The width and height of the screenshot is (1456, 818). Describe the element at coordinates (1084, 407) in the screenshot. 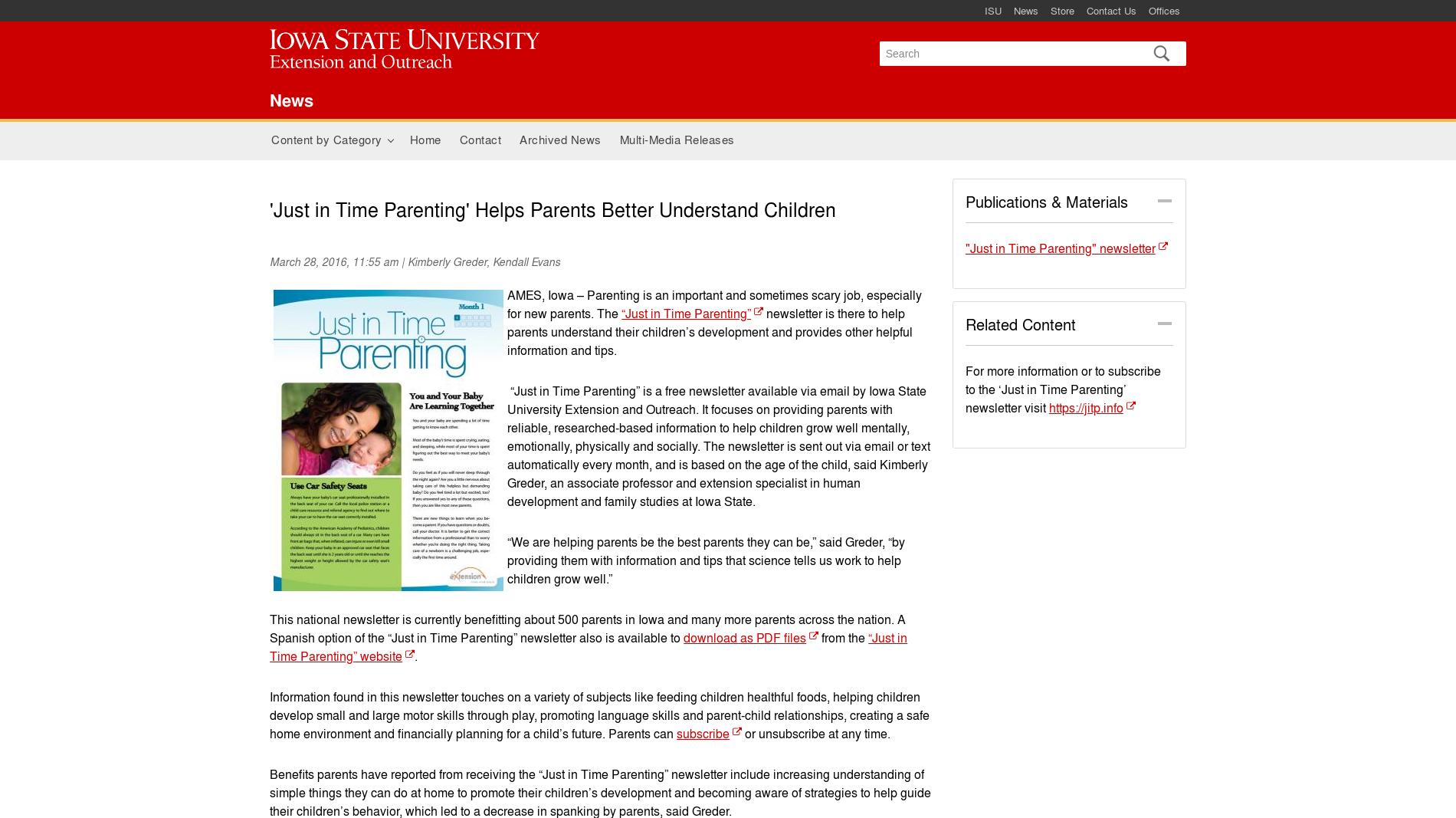

I see `'https://jitp.info'` at that location.